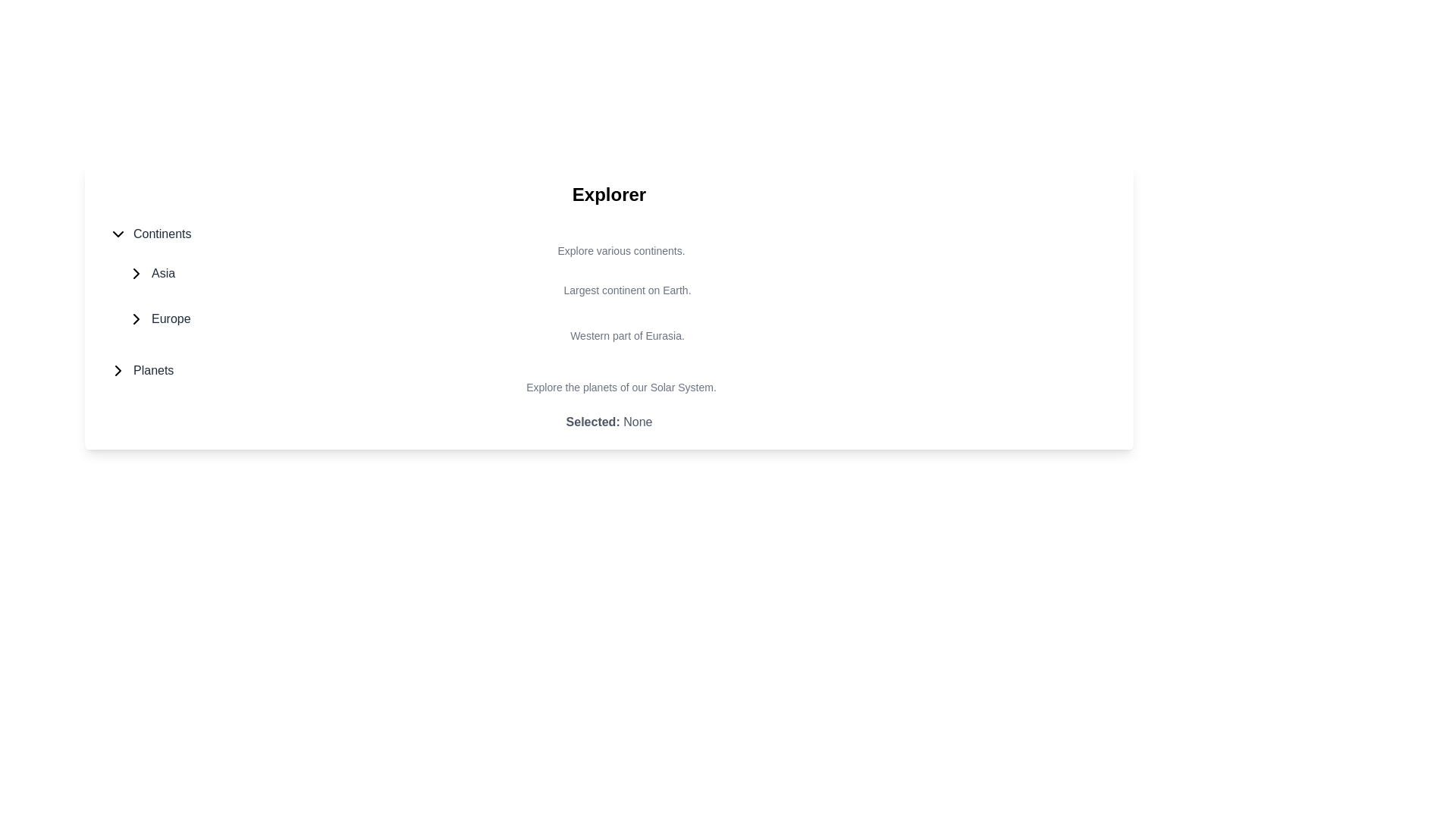  Describe the element at coordinates (118, 371) in the screenshot. I see `the small right-facing chevron icon button located to the left of the 'Planets' text` at that location.